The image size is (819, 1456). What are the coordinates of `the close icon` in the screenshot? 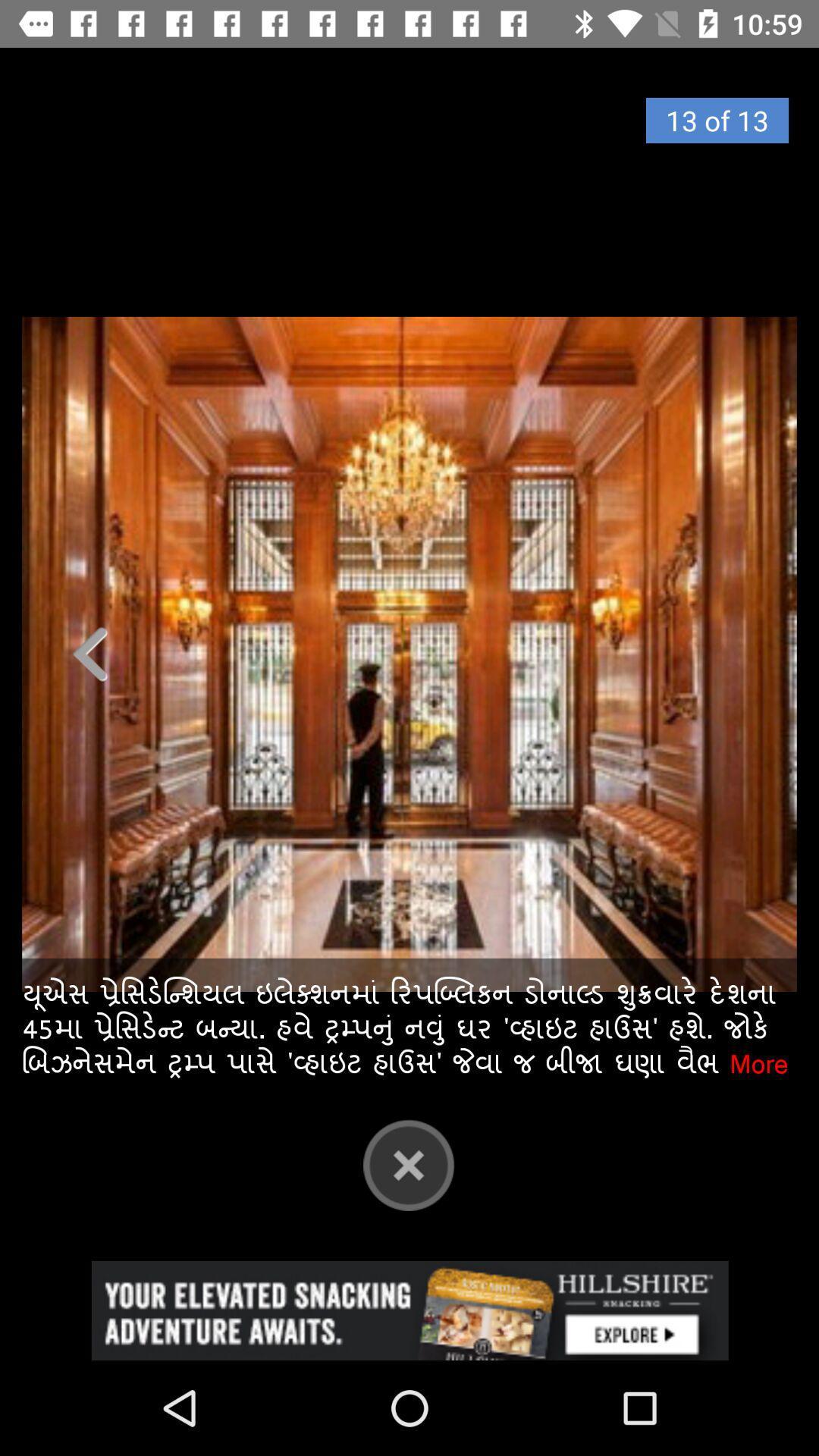 It's located at (408, 1164).